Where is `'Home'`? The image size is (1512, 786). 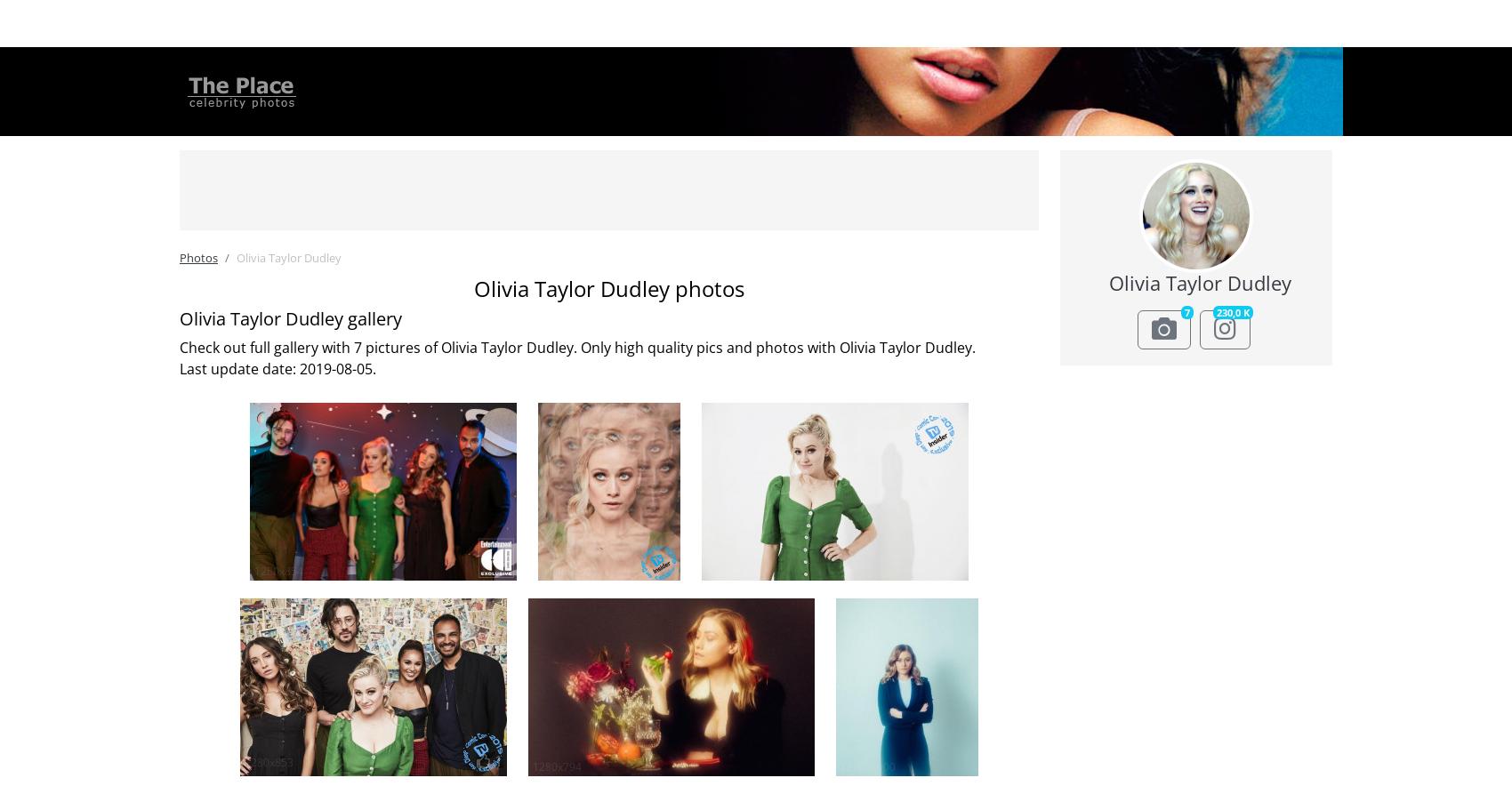
'Home' is located at coordinates (294, 25).